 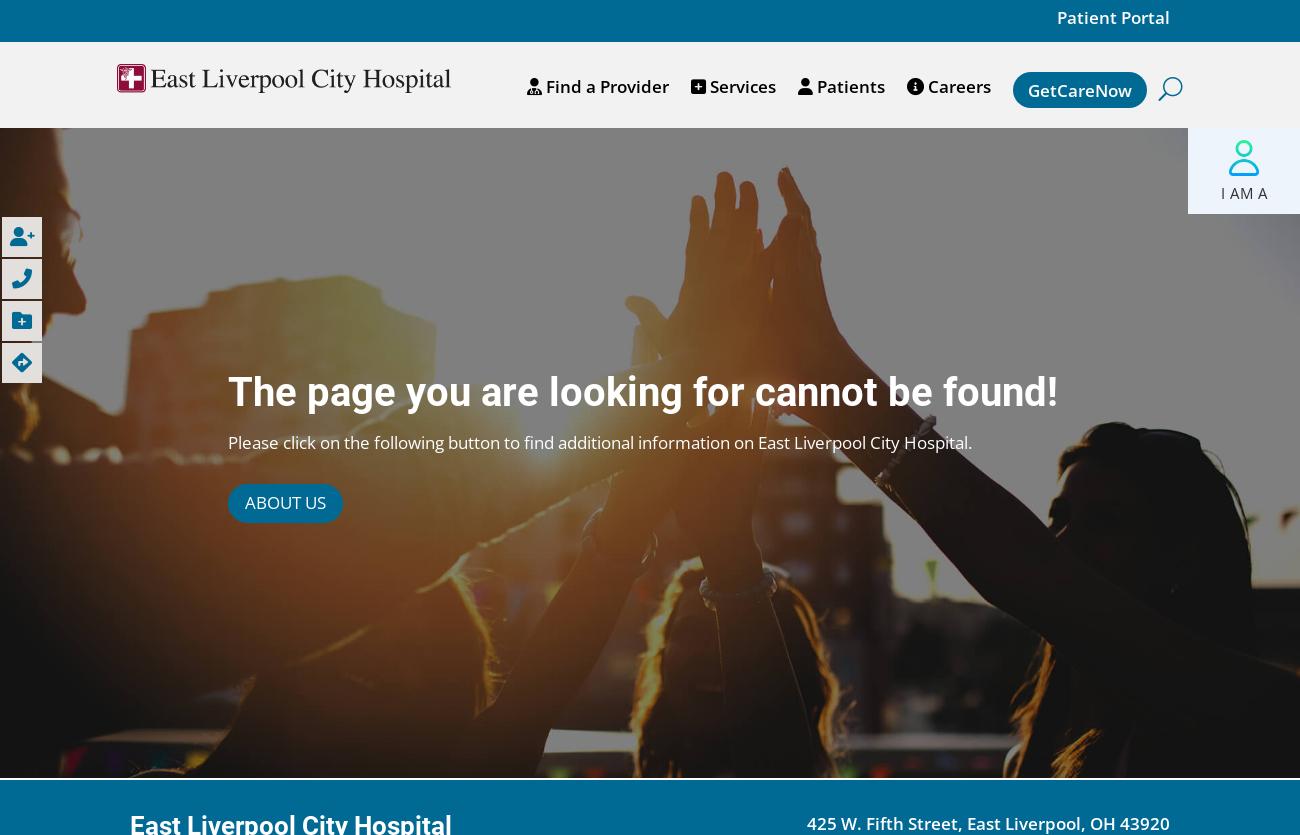 What do you see at coordinates (599, 440) in the screenshot?
I see `'Please click on the following button to find additional information on East Liverpool City Hospital.'` at bounding box center [599, 440].